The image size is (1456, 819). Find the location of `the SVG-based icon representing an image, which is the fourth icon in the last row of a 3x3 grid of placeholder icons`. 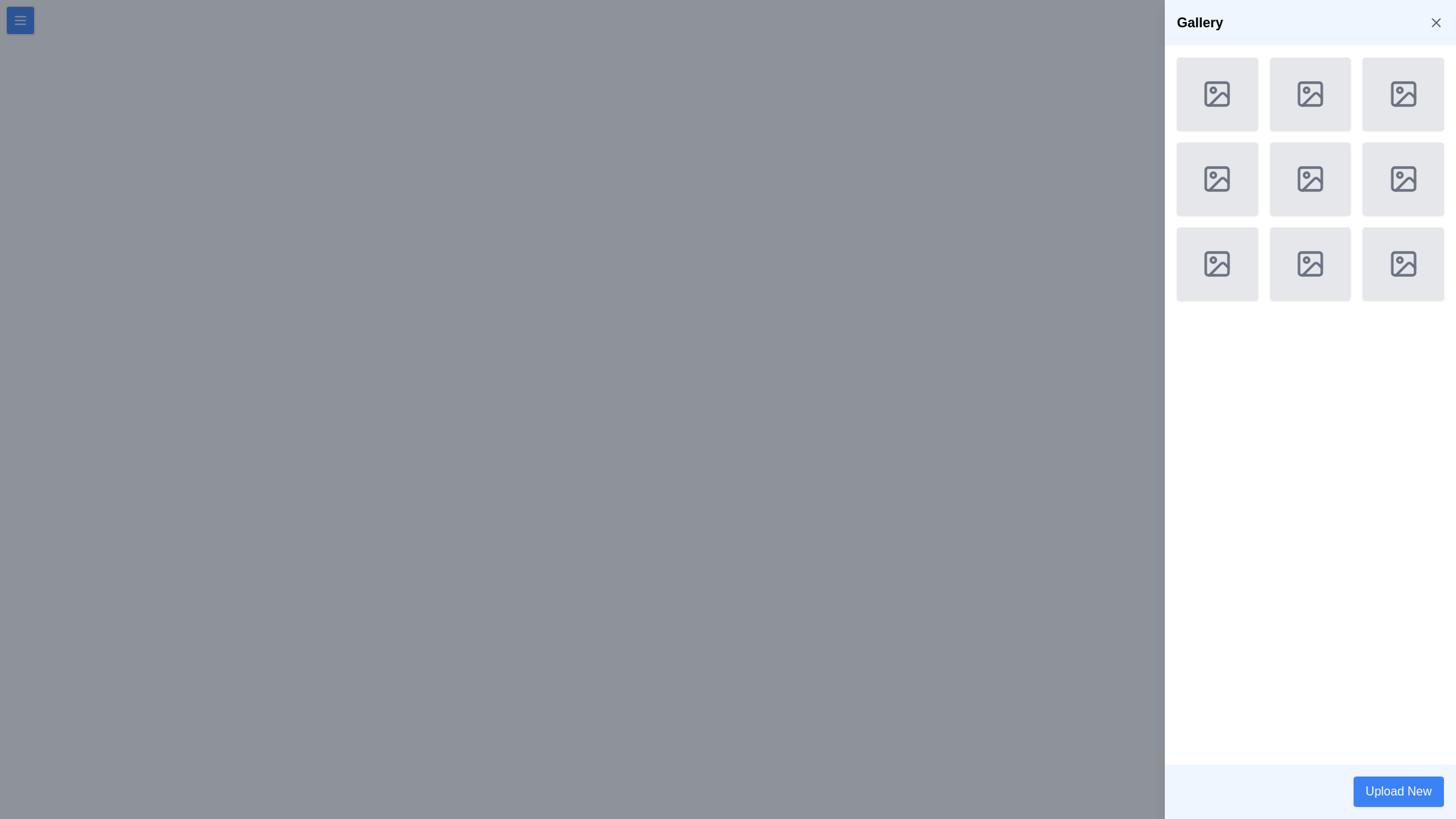

the SVG-based icon representing an image, which is the fourth icon in the last row of a 3x3 grid of placeholder icons is located at coordinates (1402, 262).